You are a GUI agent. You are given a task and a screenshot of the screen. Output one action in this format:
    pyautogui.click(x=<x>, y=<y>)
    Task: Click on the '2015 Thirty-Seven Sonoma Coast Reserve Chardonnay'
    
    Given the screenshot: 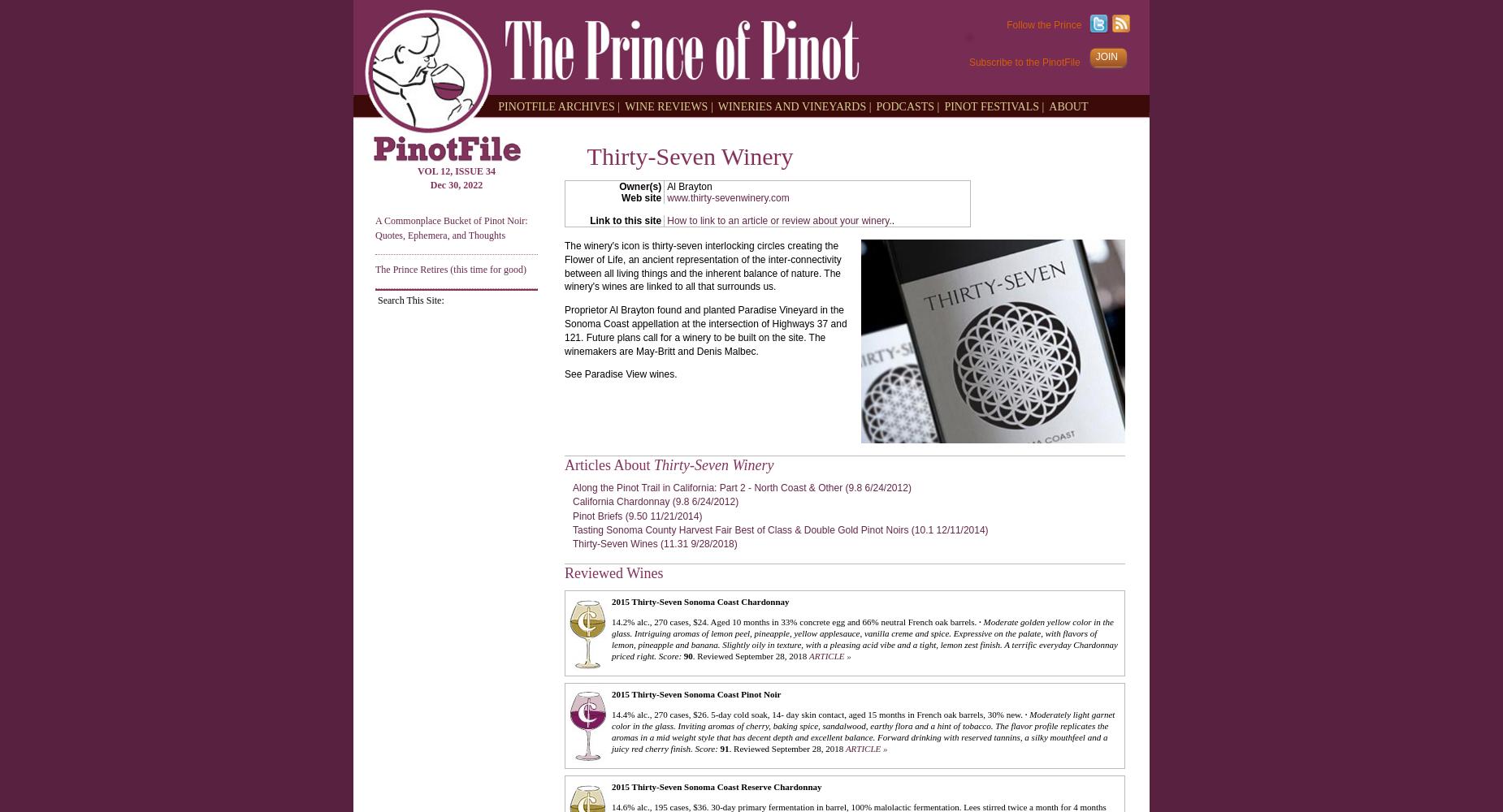 What is the action you would take?
    pyautogui.click(x=717, y=785)
    